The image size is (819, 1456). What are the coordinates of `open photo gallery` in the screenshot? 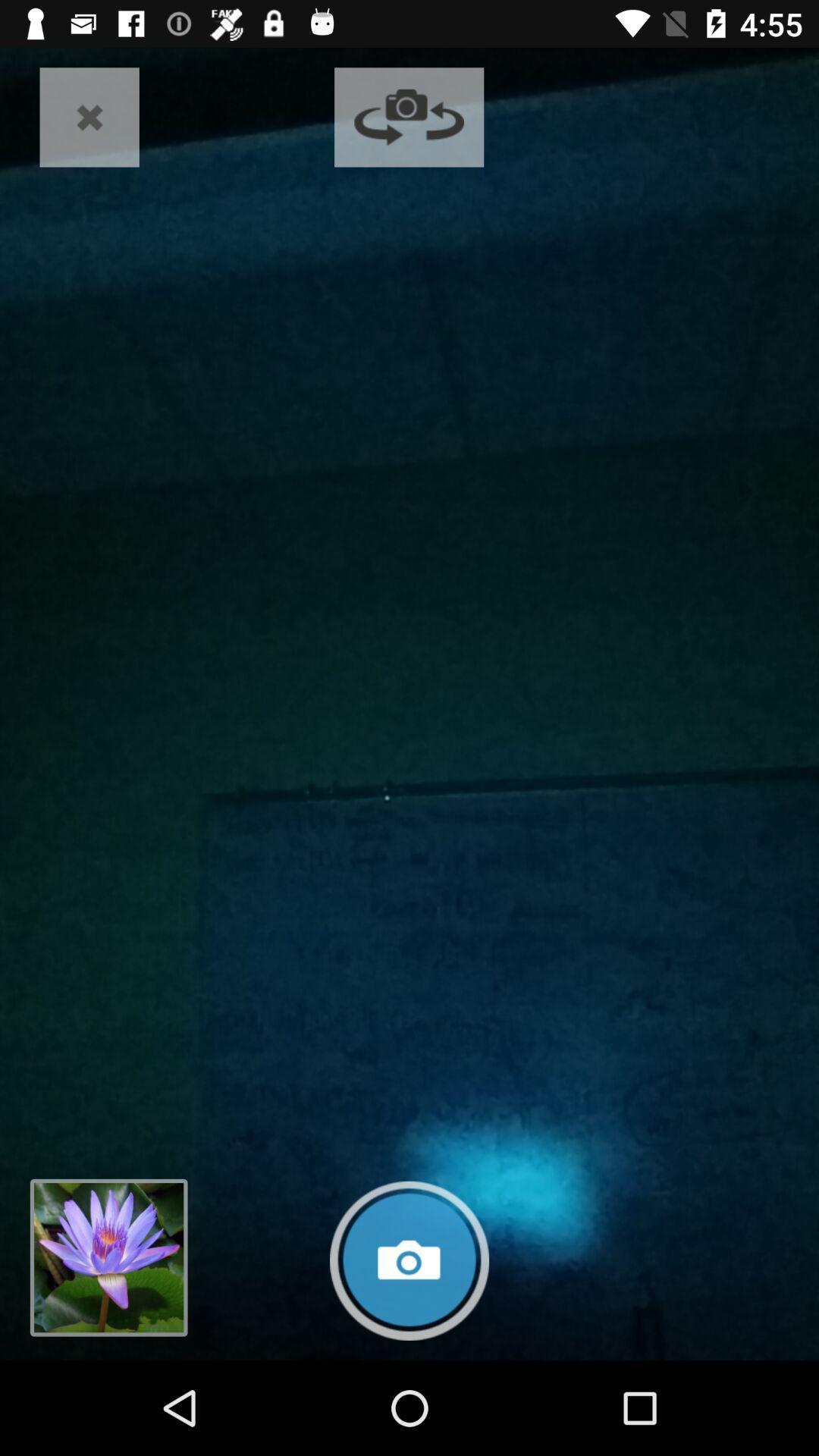 It's located at (108, 1257).